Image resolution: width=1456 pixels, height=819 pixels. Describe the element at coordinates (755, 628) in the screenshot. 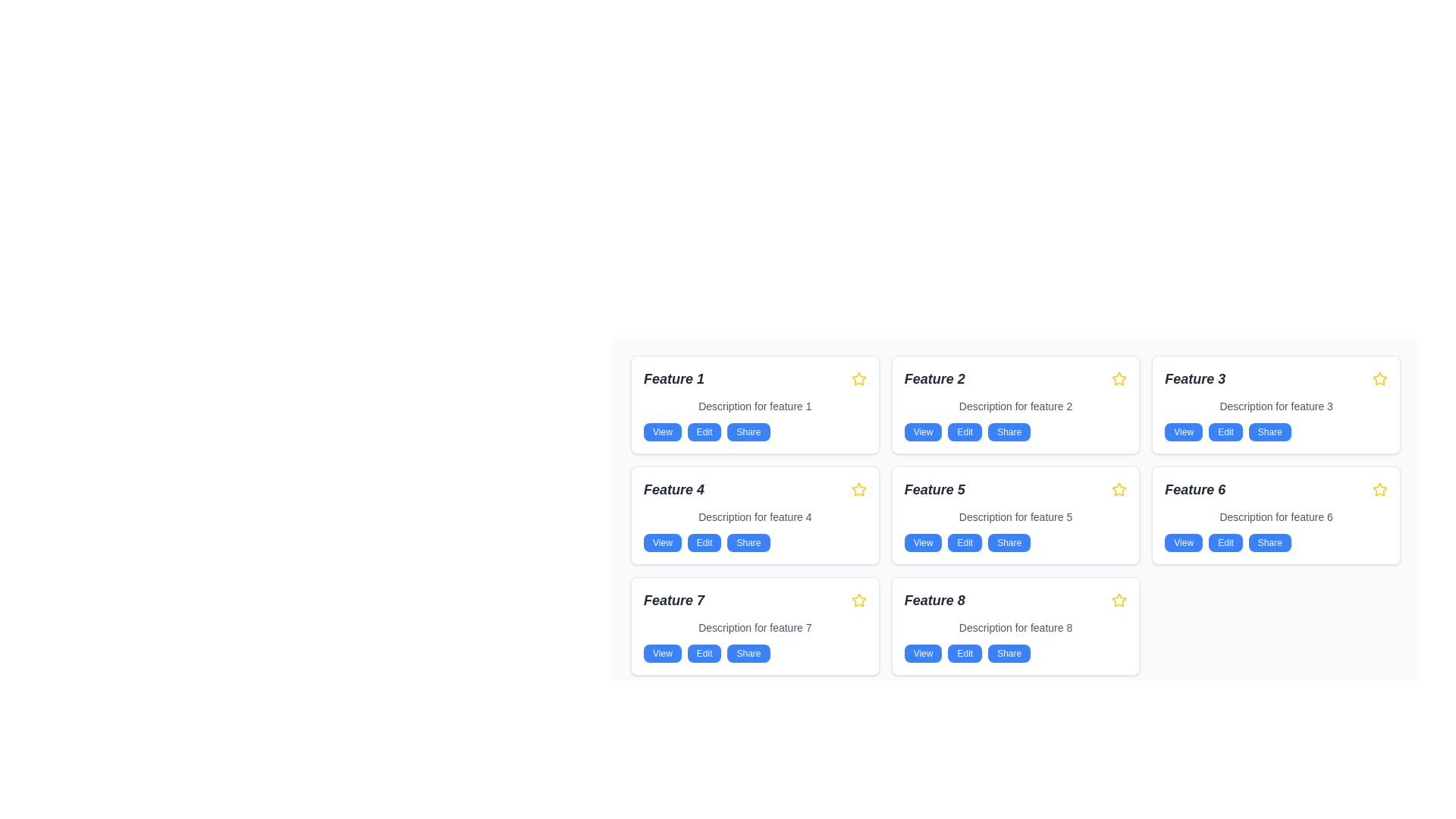

I see `the Text Label element containing 'Description for feature 7', which is located under the heading 'Feature 7' and above the buttons 'View', 'Edit', and 'Share'` at that location.